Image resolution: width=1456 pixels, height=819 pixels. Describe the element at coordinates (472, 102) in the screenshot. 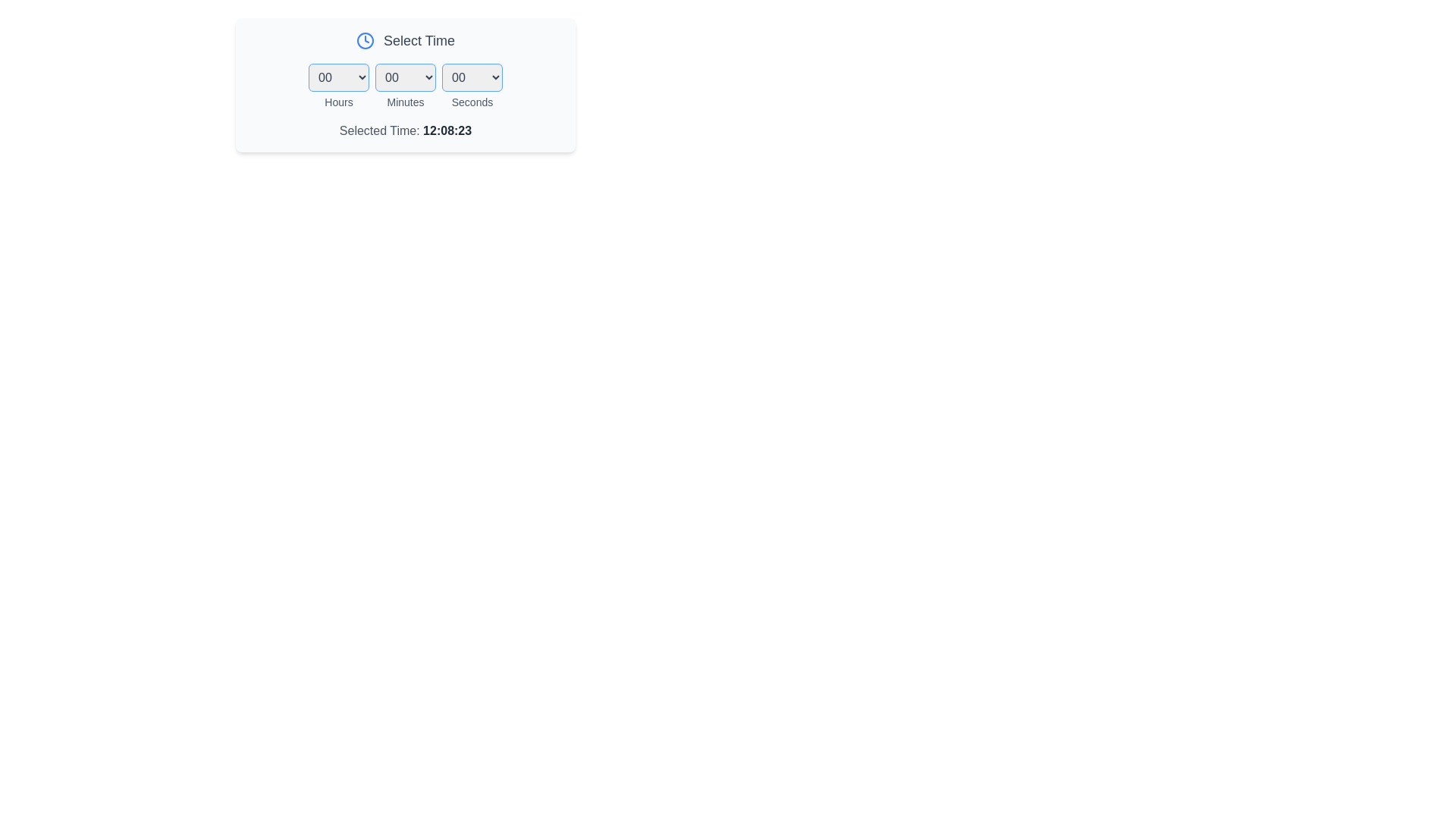

I see `the Text label that provides context to the seconds selector in the time selection widget, positioned below the seconds dropdown and aligning with 'Hours' and 'Minutes' labels` at that location.